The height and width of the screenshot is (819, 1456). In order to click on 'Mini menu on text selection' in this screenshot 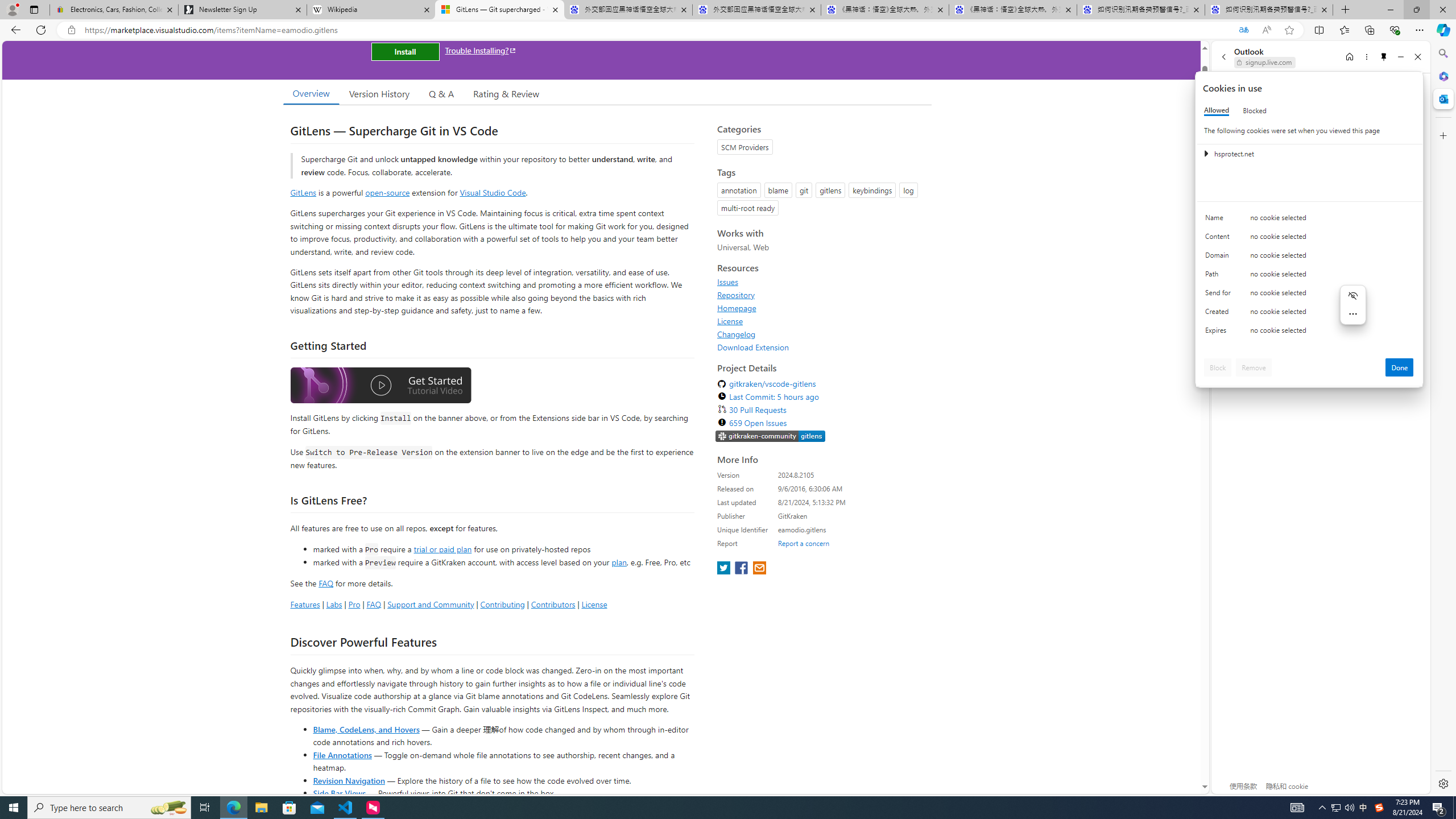, I will do `click(1352, 311)`.